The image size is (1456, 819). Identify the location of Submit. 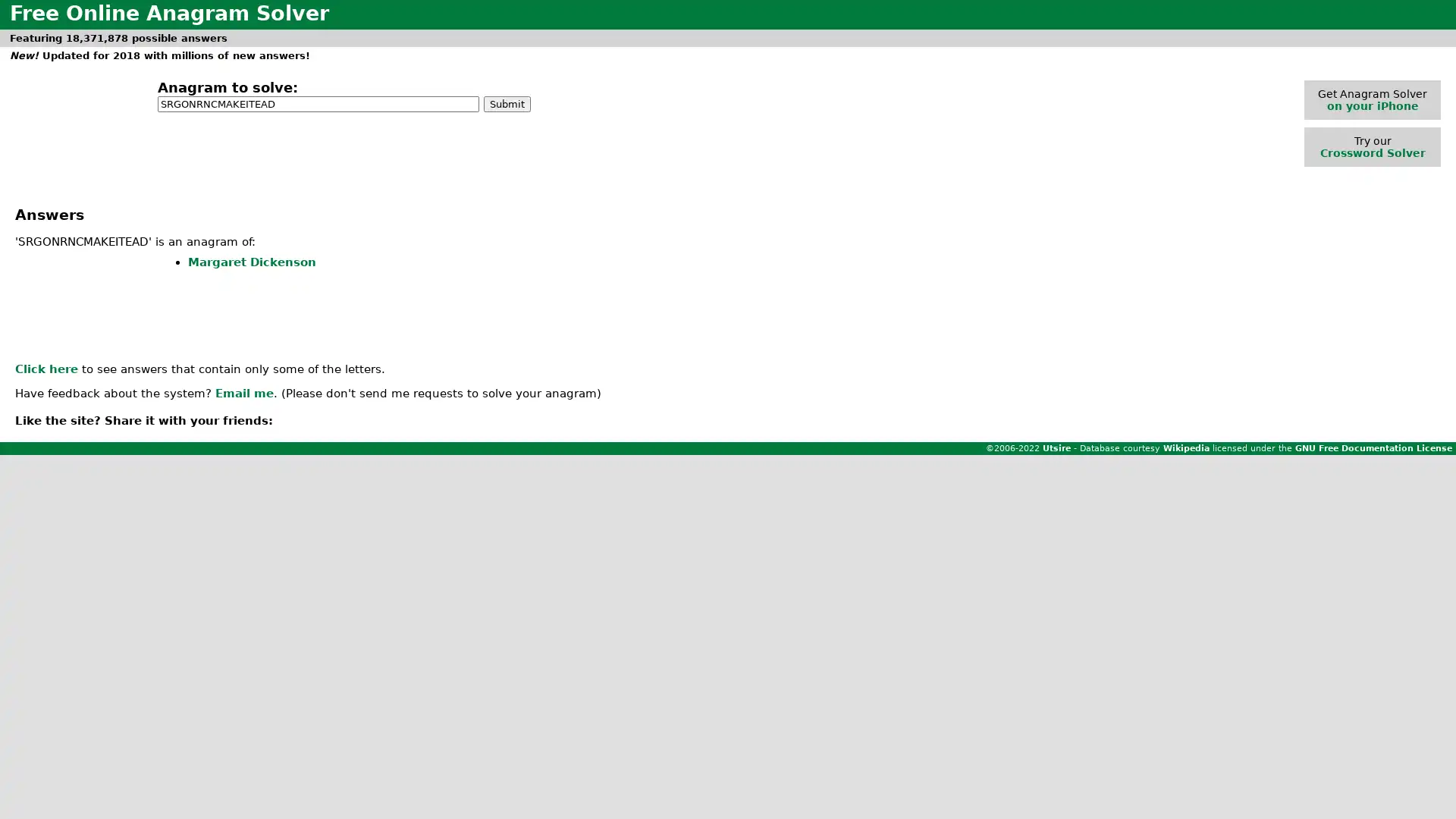
(507, 102).